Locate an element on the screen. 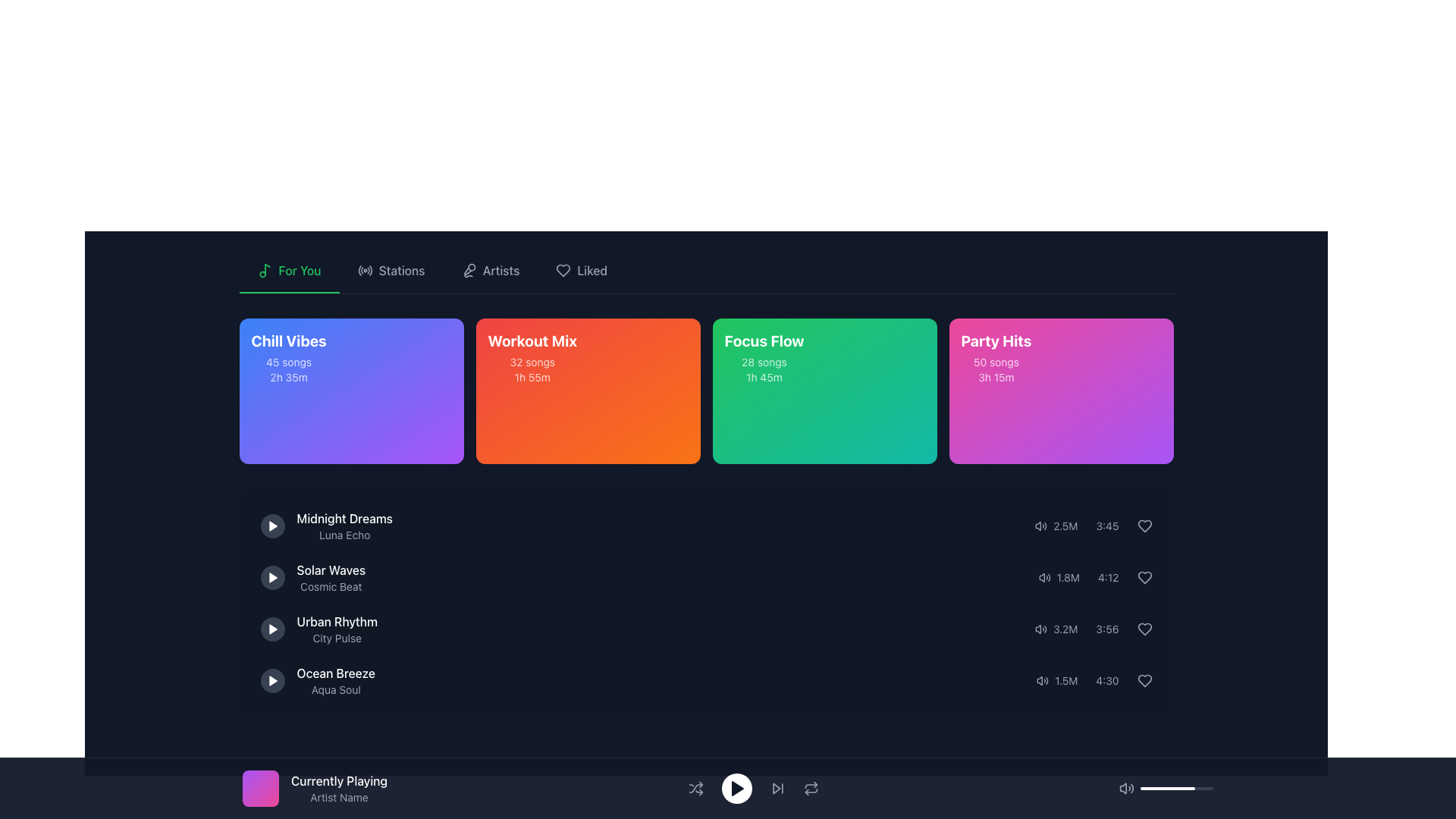 This screenshot has width=1456, height=819. slider value is located at coordinates (1153, 788).